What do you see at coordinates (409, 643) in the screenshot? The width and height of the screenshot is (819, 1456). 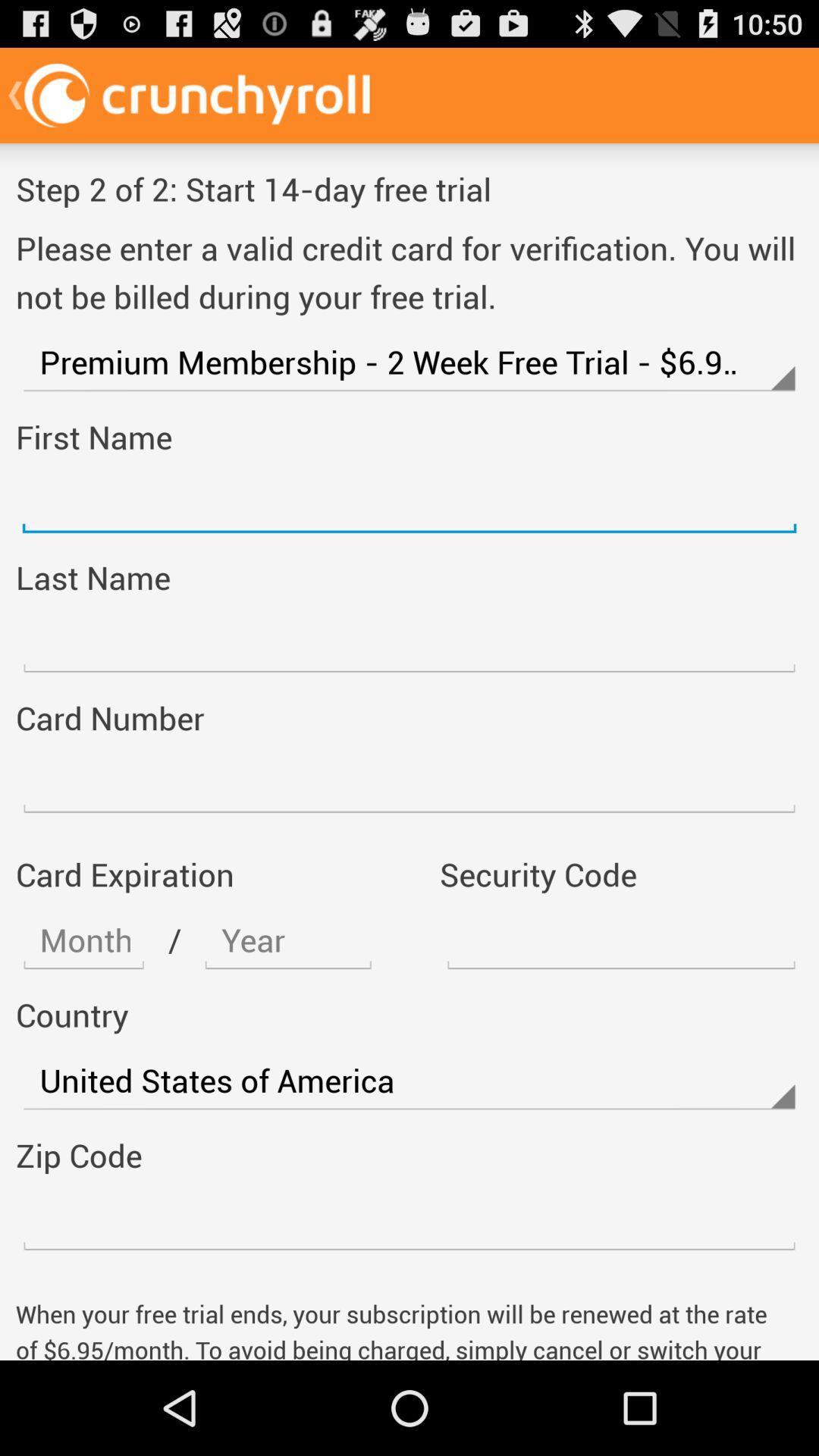 I see `new page` at bounding box center [409, 643].